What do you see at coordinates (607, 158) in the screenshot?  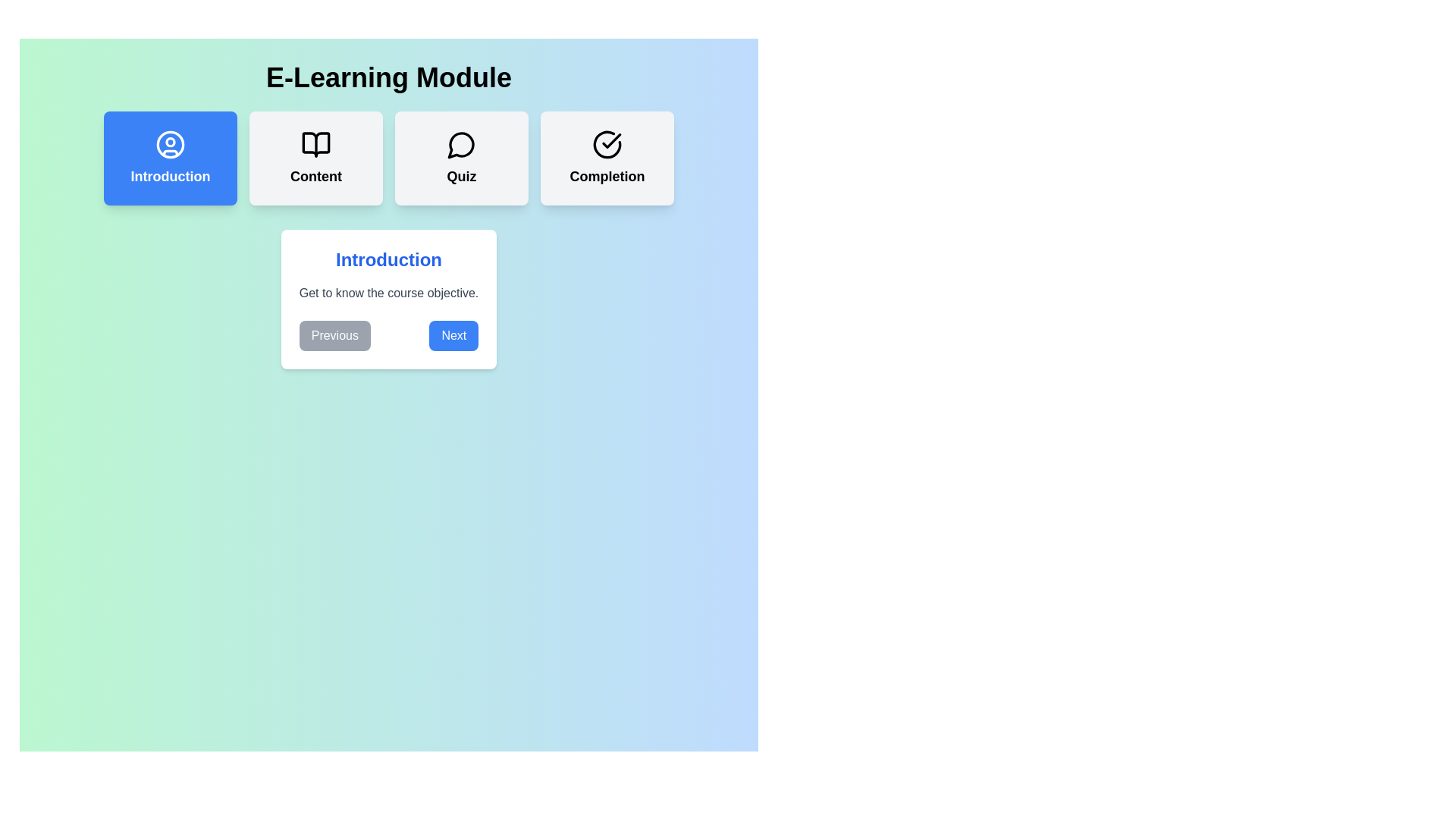 I see `the learning step Completion by clicking its card` at bounding box center [607, 158].